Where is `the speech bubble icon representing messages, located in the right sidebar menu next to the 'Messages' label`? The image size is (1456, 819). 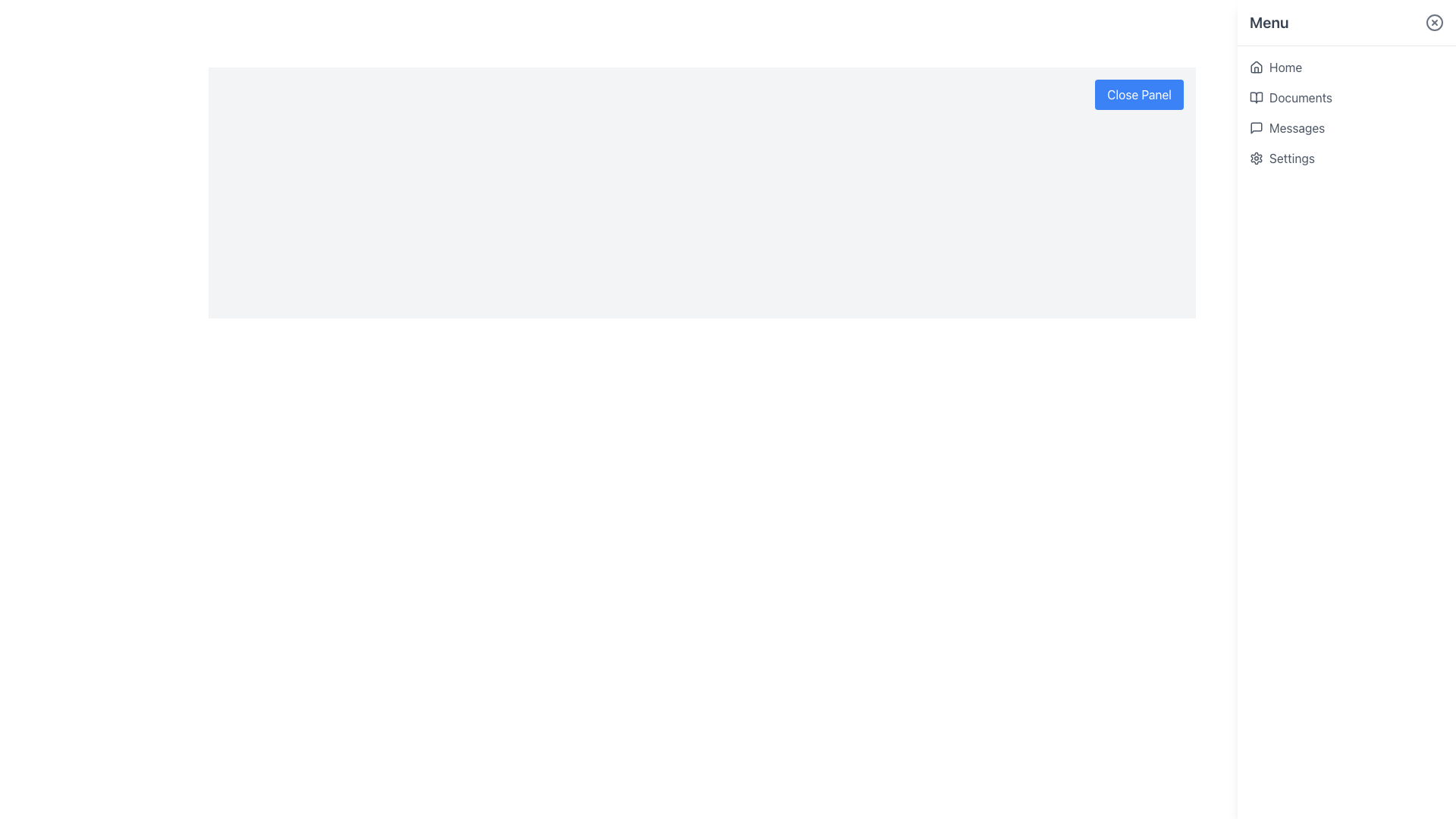 the speech bubble icon representing messages, located in the right sidebar menu next to the 'Messages' label is located at coordinates (1256, 127).